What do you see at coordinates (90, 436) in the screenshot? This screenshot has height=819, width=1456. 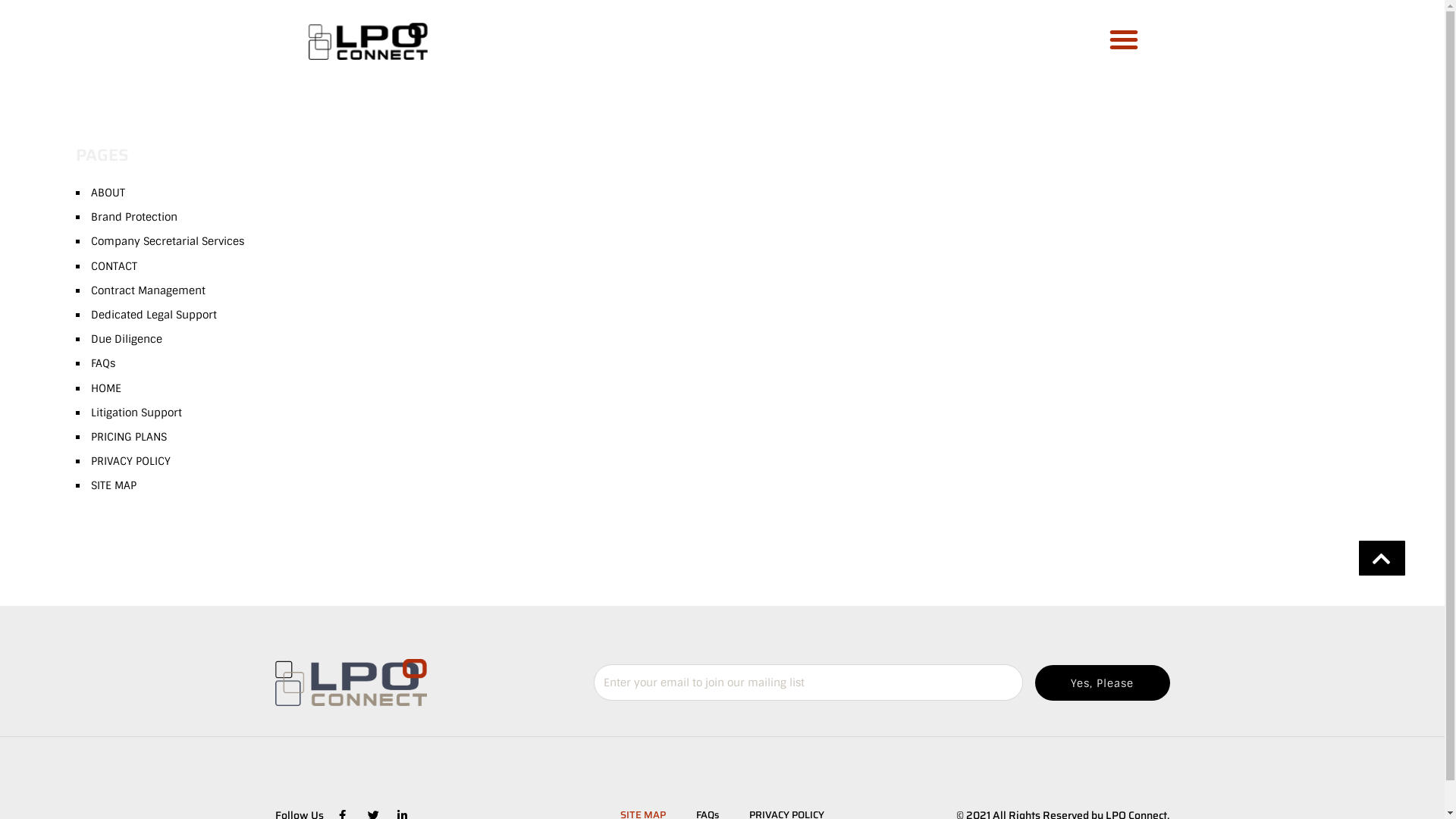 I see `'PRICING PLANS'` at bounding box center [90, 436].